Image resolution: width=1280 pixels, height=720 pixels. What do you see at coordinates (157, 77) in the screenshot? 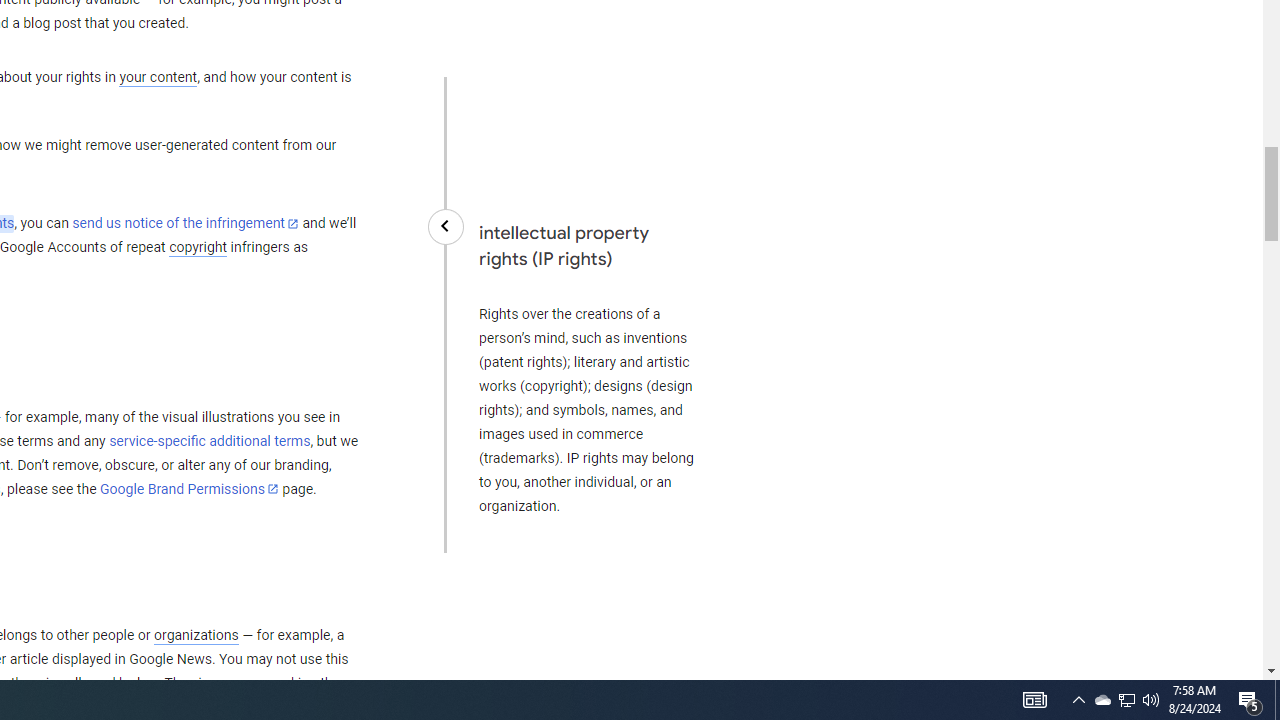
I see `'your content'` at bounding box center [157, 77].